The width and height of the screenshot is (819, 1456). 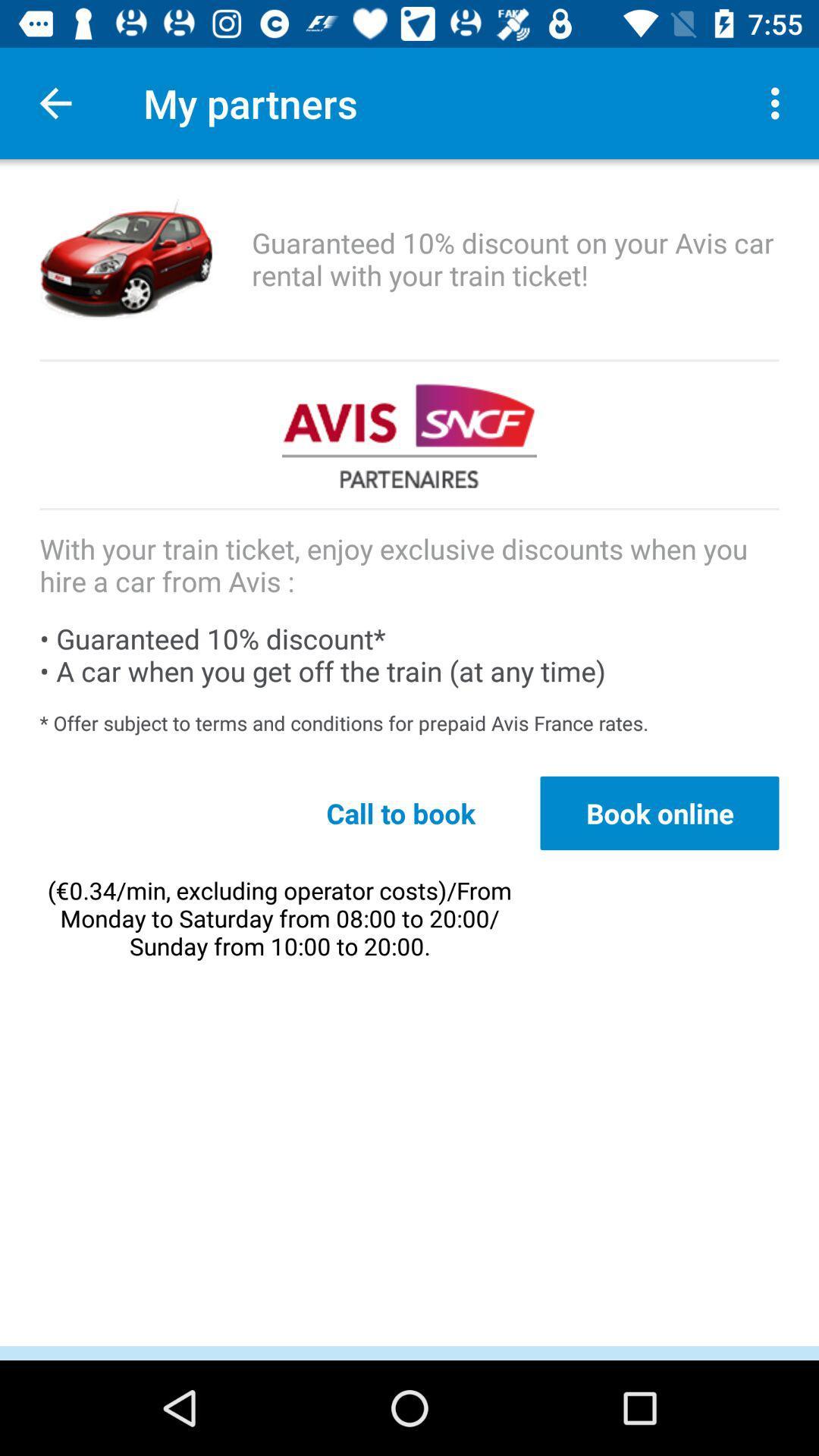 What do you see at coordinates (400, 812) in the screenshot?
I see `the item above the 0 34 min` at bounding box center [400, 812].